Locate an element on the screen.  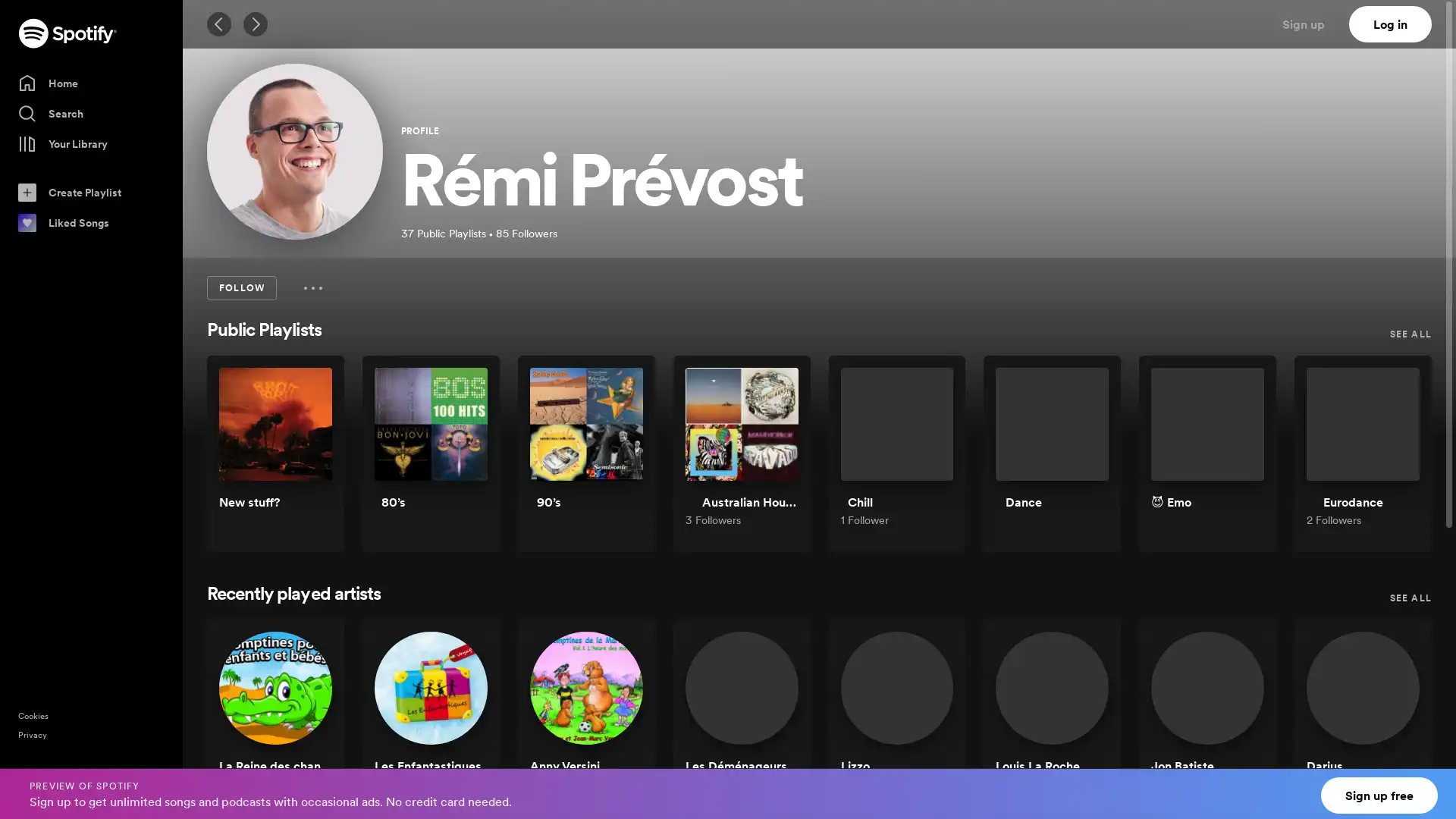
Play Les Enfantastiques is located at coordinates (461, 724).